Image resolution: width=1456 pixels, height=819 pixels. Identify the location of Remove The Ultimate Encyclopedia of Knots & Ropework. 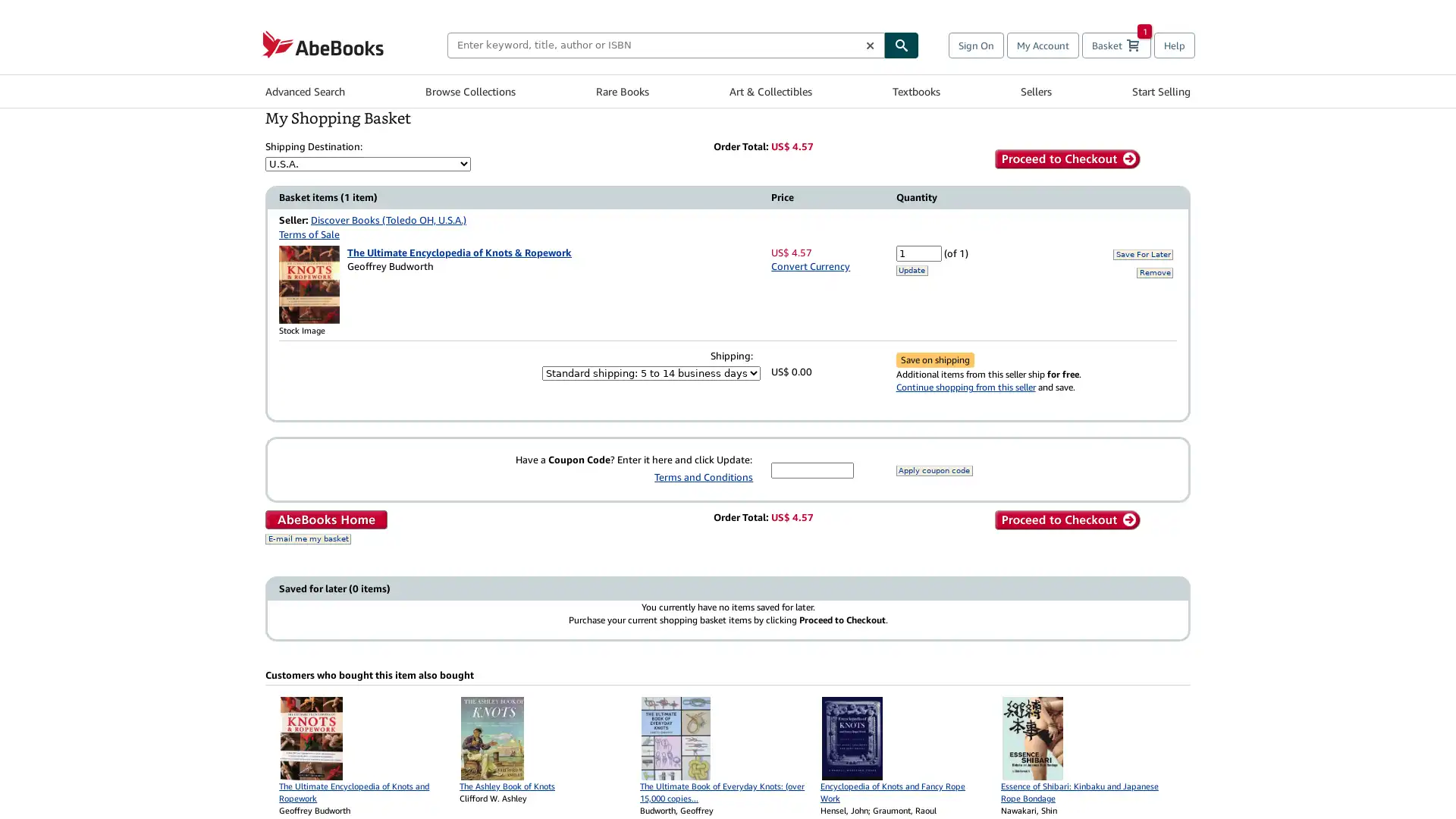
(1153, 271).